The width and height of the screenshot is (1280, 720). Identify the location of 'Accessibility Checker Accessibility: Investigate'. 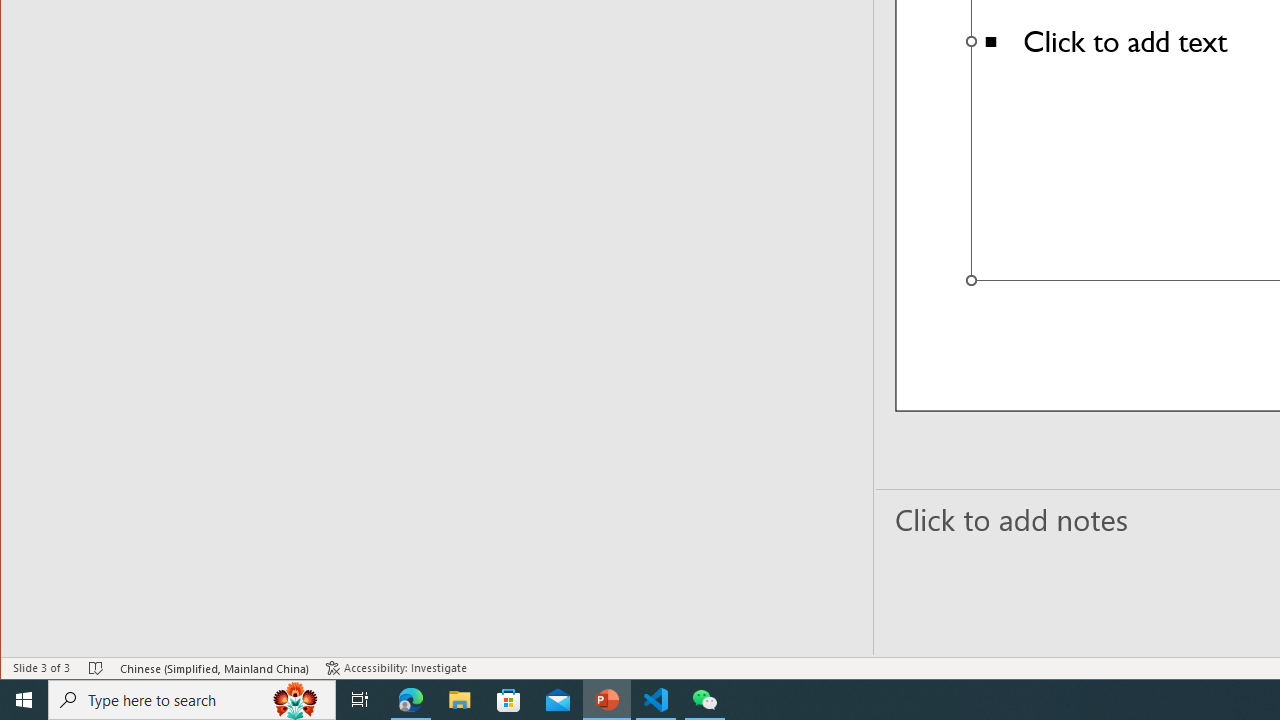
(396, 668).